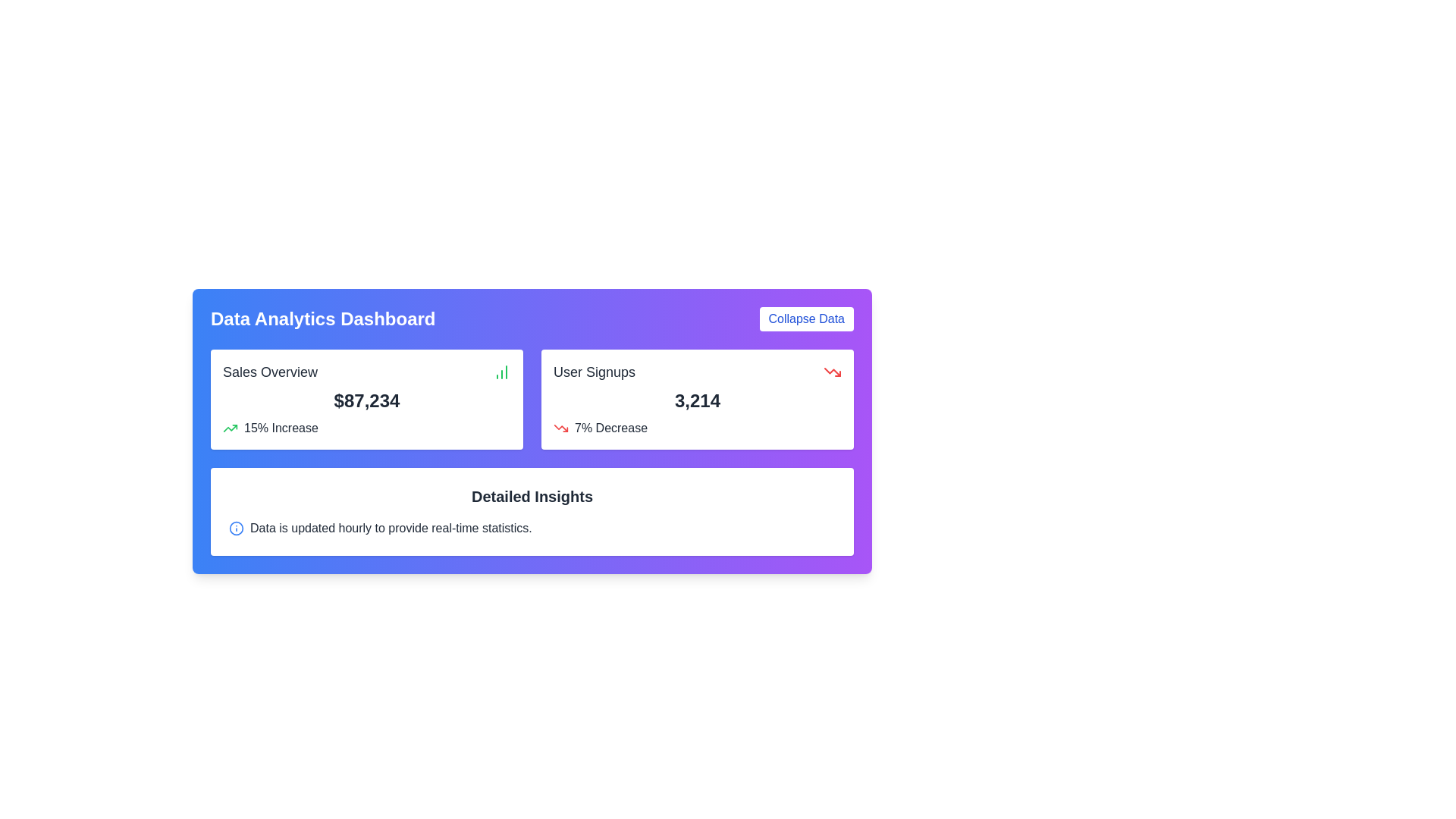 Image resolution: width=1456 pixels, height=819 pixels. I want to click on the text label displaying '15% Increase' located in the 'Sales Overview' section of the dashboard, which is styled in bold and positioned to the right of a green trending-up icon, so click(281, 428).